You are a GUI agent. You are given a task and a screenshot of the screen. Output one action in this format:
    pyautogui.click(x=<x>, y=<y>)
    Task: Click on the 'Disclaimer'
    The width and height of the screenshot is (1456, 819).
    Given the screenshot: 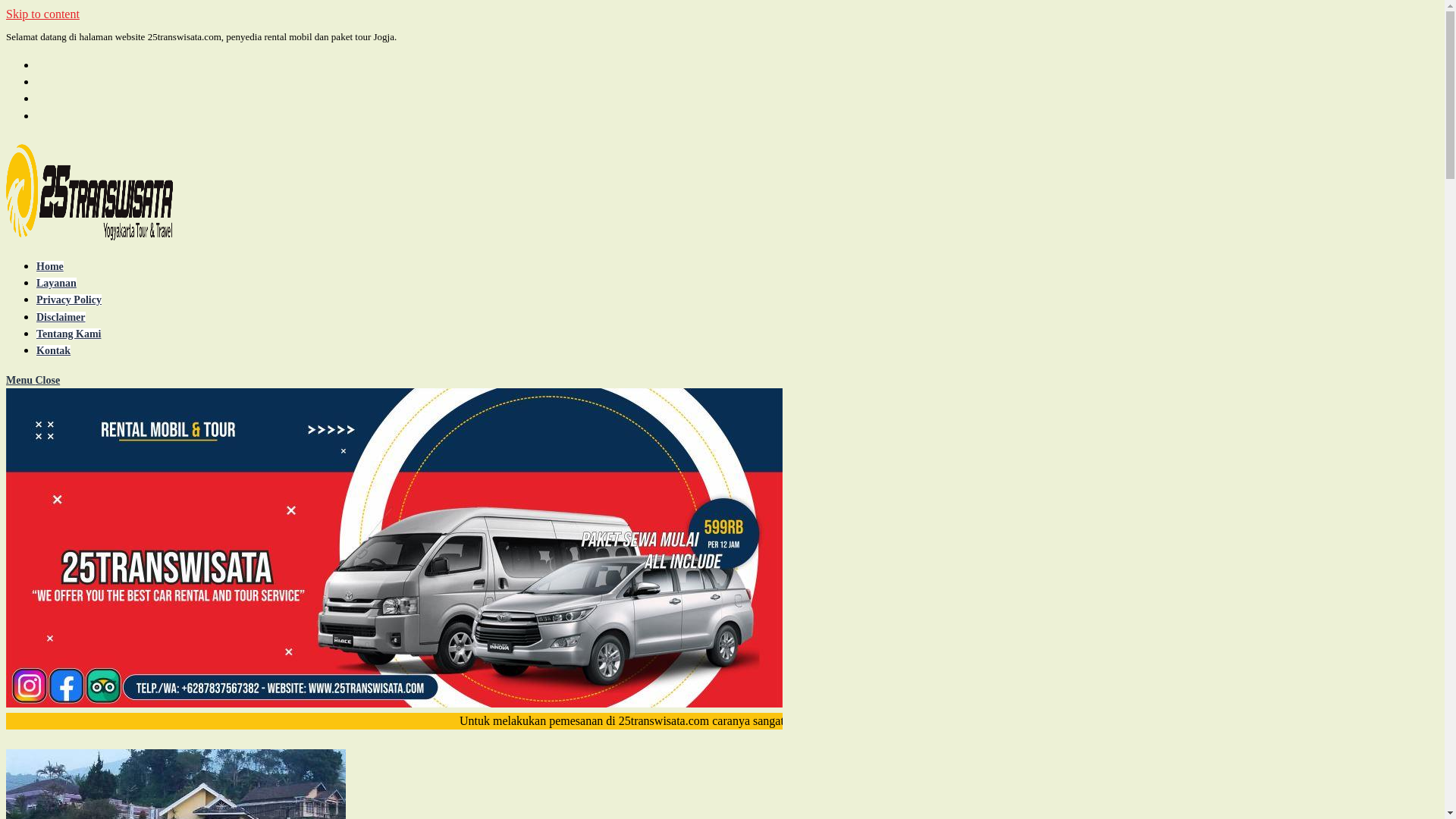 What is the action you would take?
    pyautogui.click(x=61, y=316)
    